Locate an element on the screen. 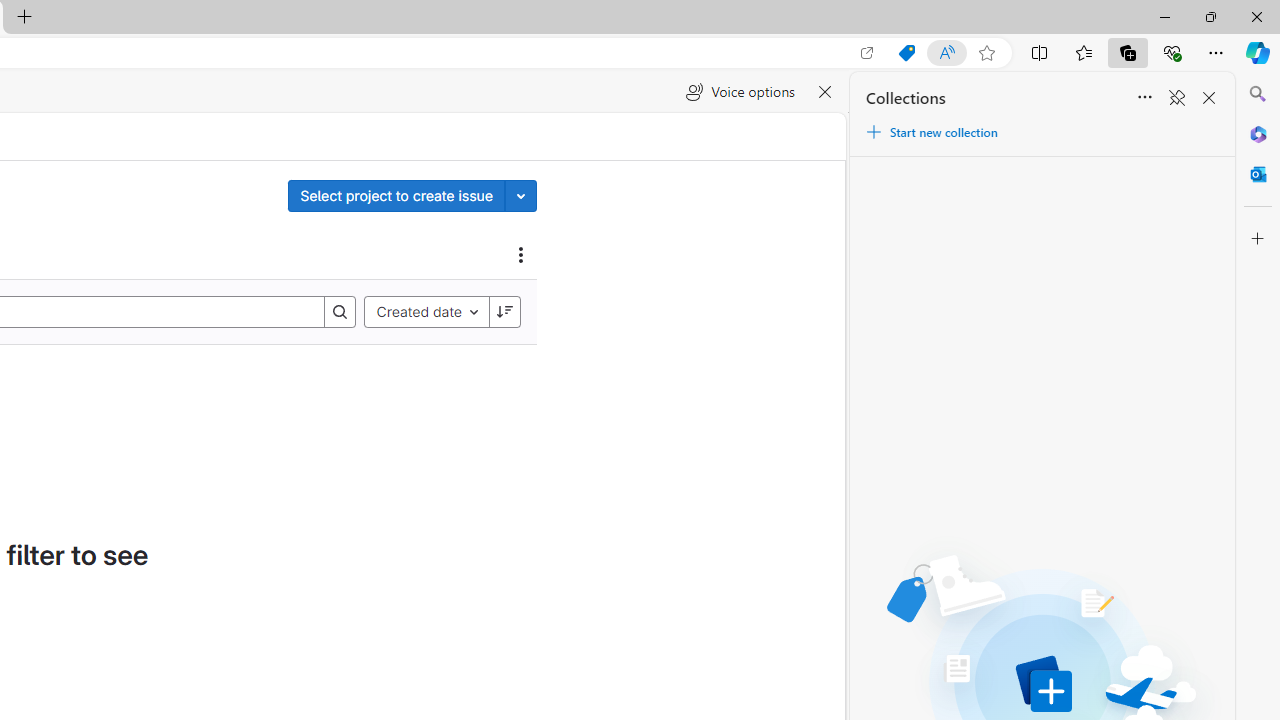 This screenshot has width=1280, height=720. 'Voice options' is located at coordinates (739, 92).